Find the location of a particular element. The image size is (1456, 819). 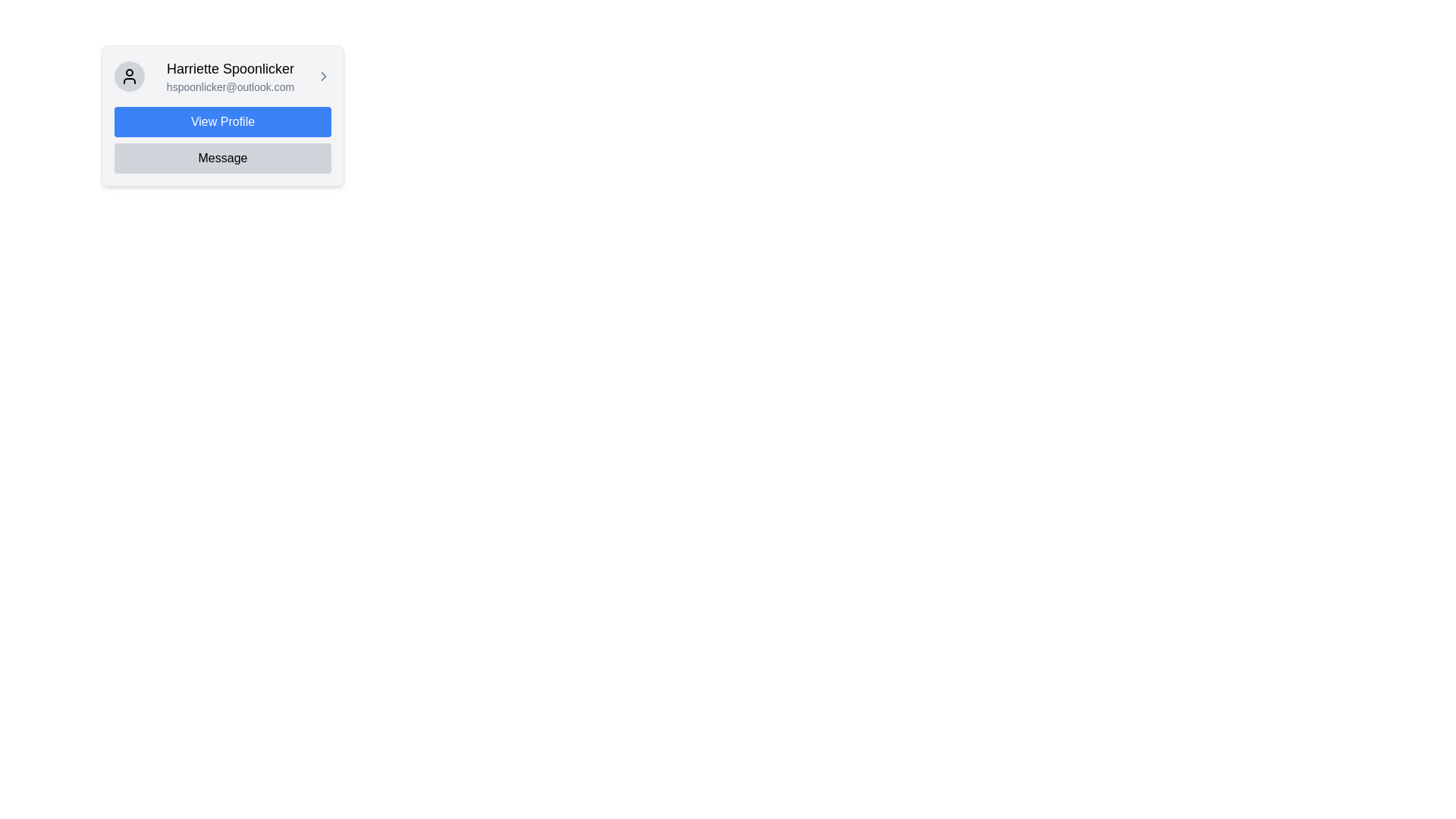

the user profile icon, which is a circular head with a torso outline in a gray color scheme, located on the top-left of the card layout next to the name 'Harriette Spoonlicker' is located at coordinates (130, 76).